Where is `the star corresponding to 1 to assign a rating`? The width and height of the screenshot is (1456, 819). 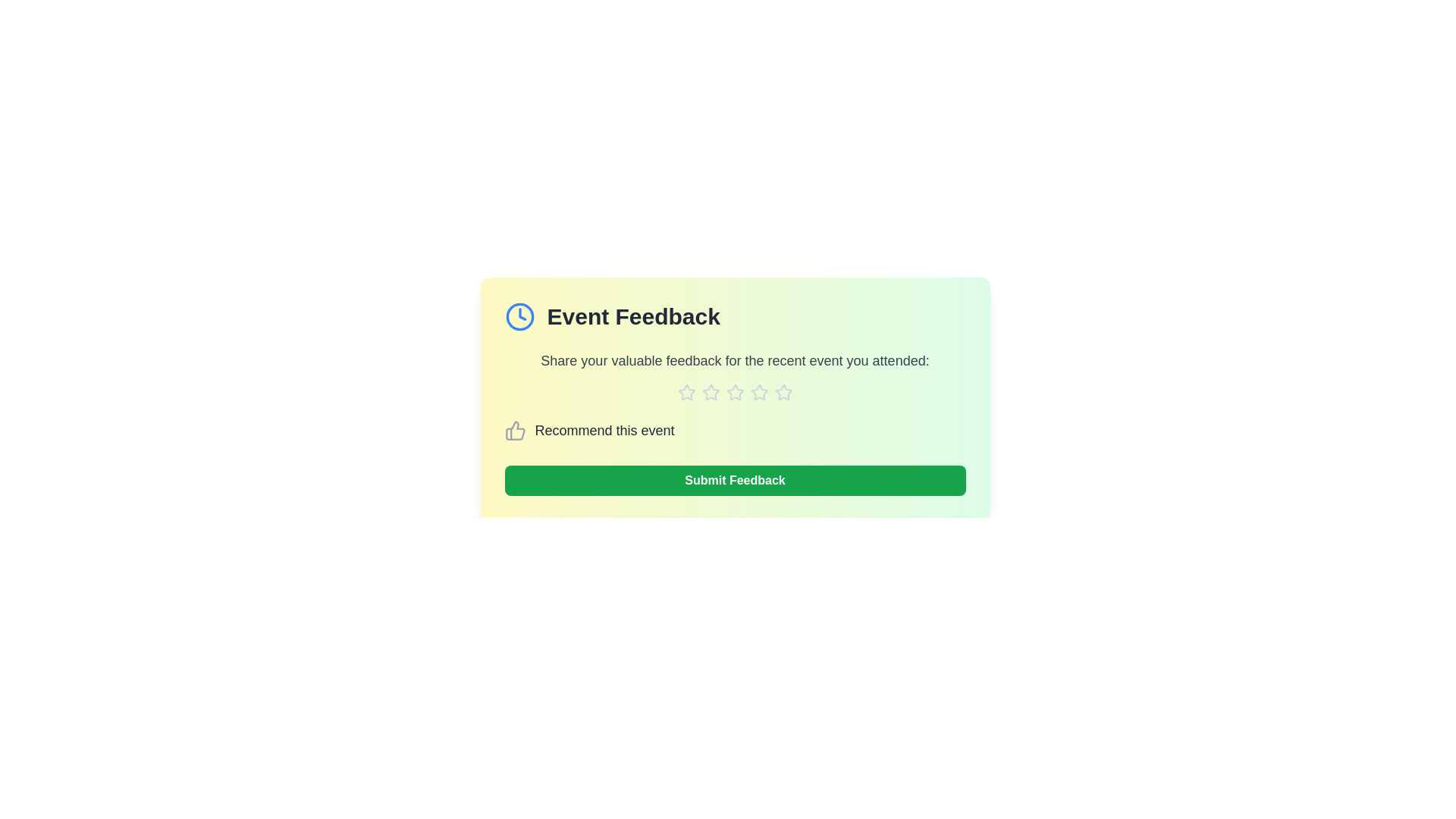
the star corresponding to 1 to assign a rating is located at coordinates (686, 391).